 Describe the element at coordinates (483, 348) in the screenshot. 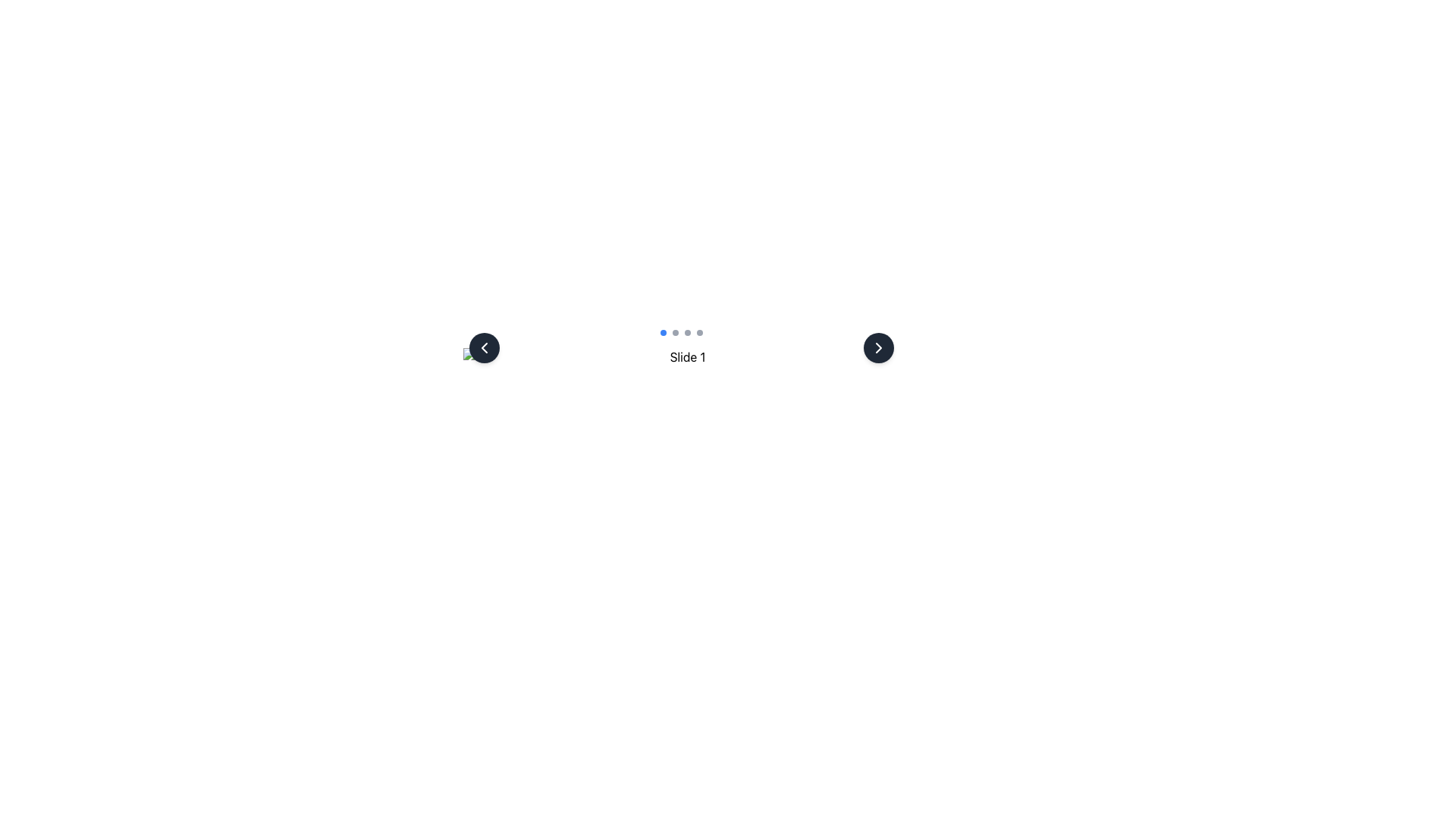

I see `the circular dark-gray button with a white left-facing arrow icon to trigger its hover effects` at that location.